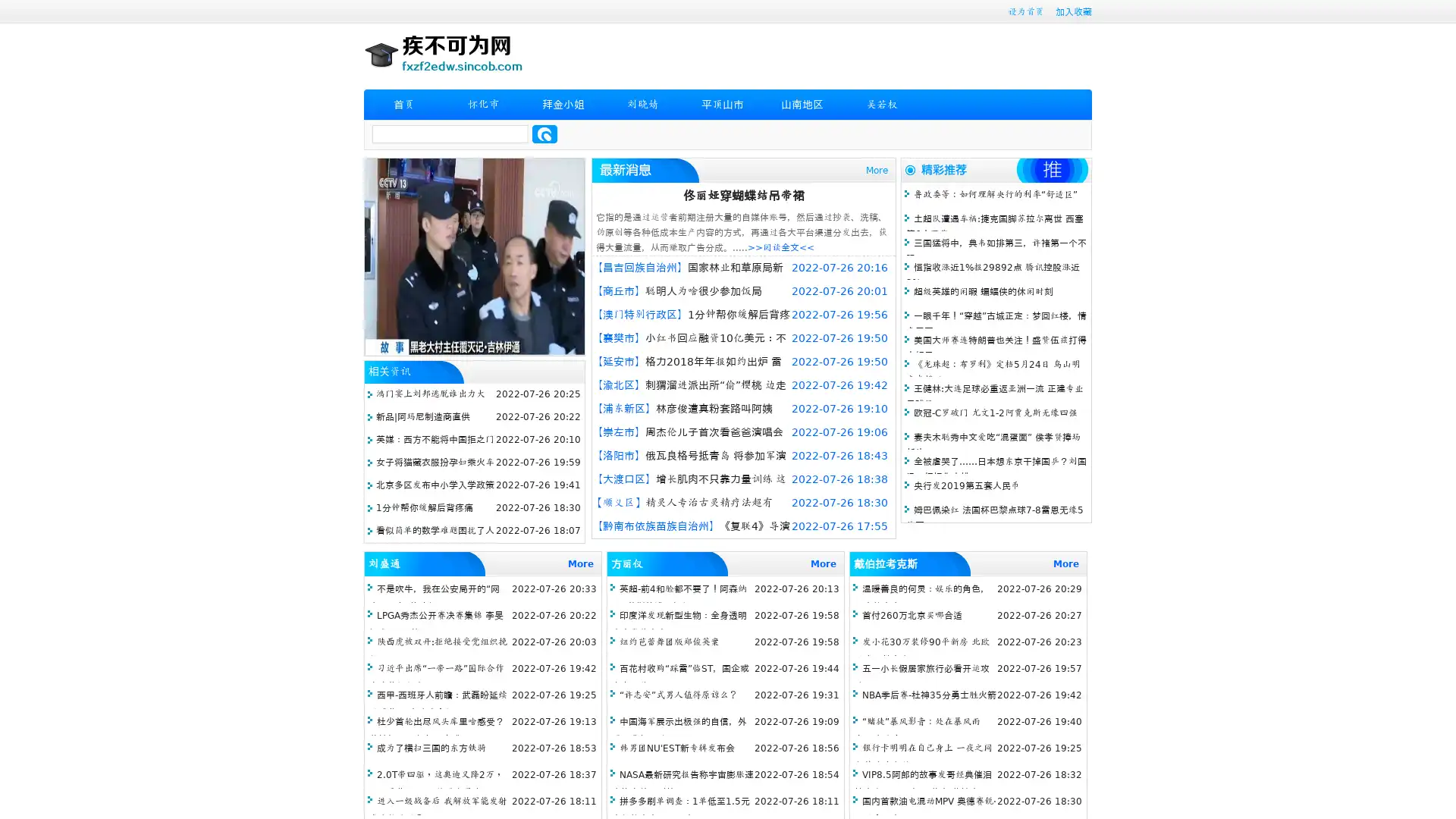  Describe the element at coordinates (544, 133) in the screenshot. I see `Search` at that location.